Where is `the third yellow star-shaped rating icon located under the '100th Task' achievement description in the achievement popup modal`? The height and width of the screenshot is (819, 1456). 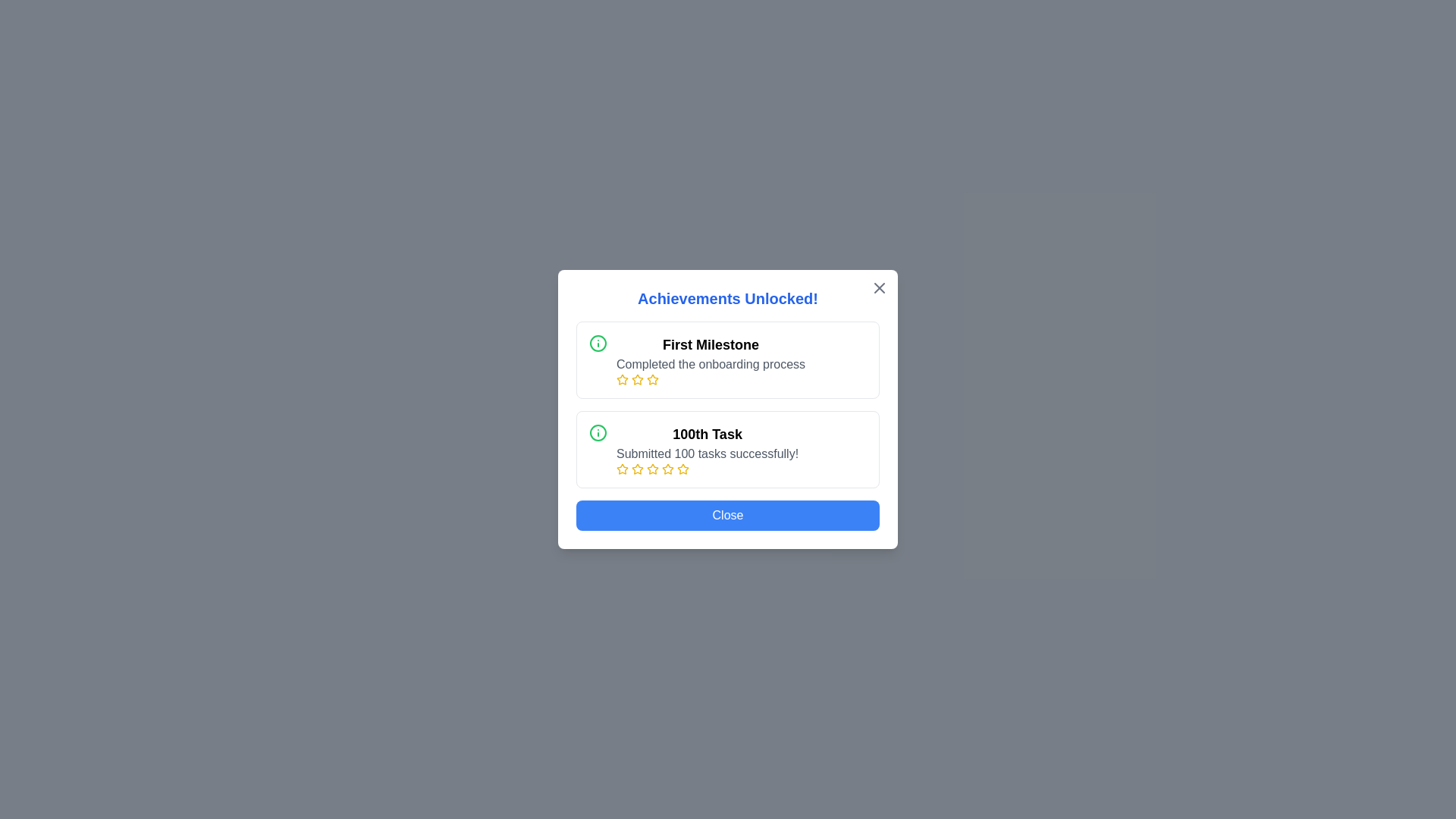 the third yellow star-shaped rating icon located under the '100th Task' achievement description in the achievement popup modal is located at coordinates (637, 468).